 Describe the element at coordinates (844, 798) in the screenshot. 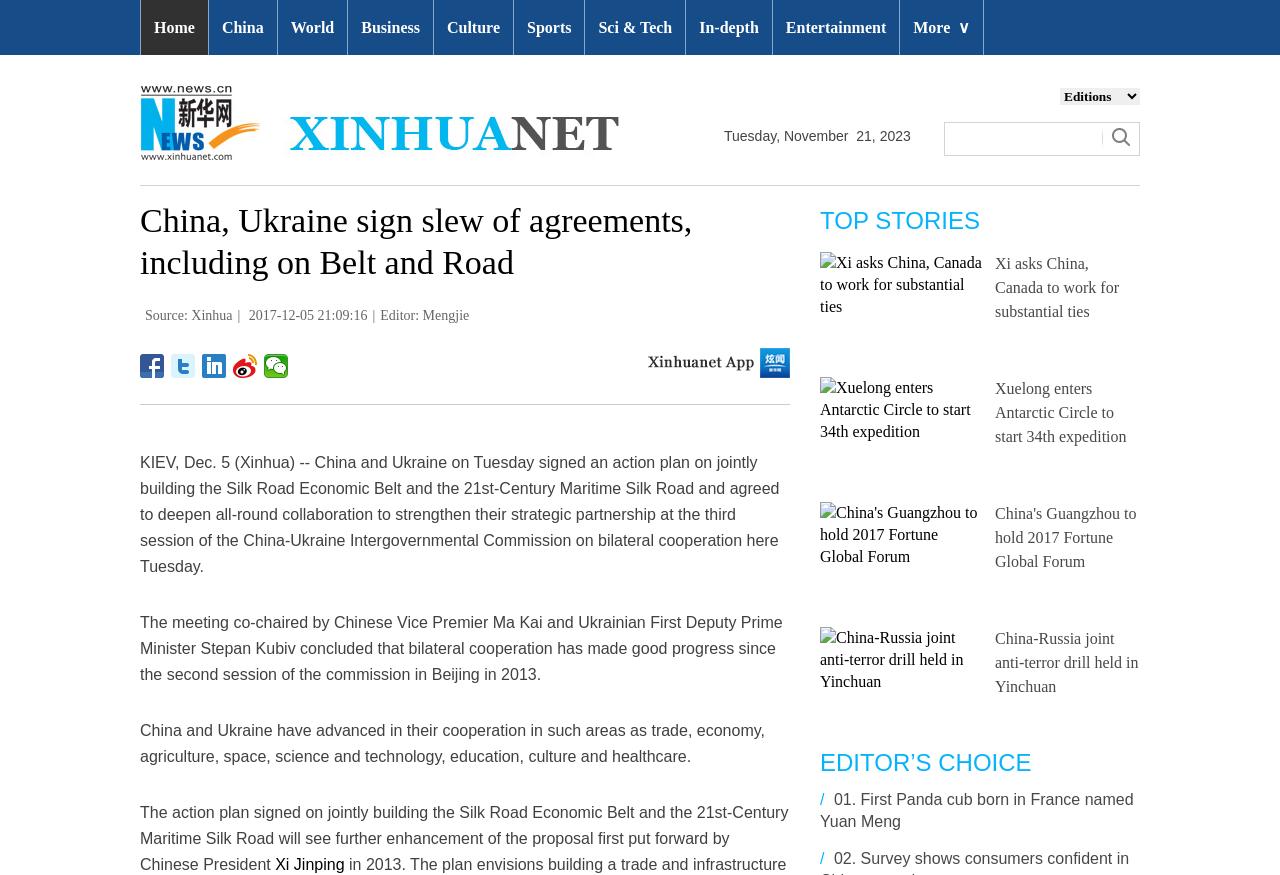

I see `'01.'` at that location.